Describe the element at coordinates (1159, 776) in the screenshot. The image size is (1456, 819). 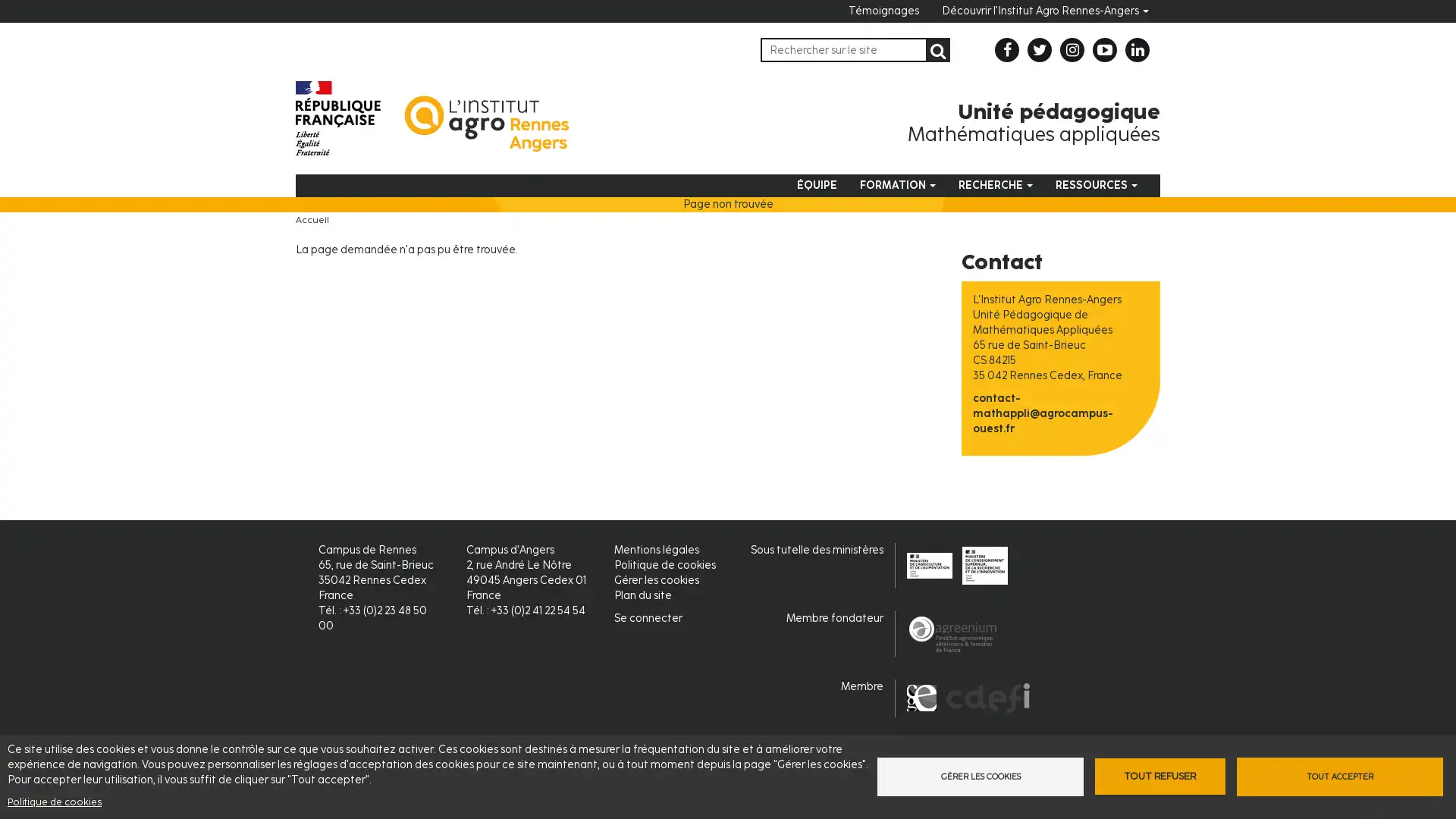
I see `TOUT REFUSER` at that location.